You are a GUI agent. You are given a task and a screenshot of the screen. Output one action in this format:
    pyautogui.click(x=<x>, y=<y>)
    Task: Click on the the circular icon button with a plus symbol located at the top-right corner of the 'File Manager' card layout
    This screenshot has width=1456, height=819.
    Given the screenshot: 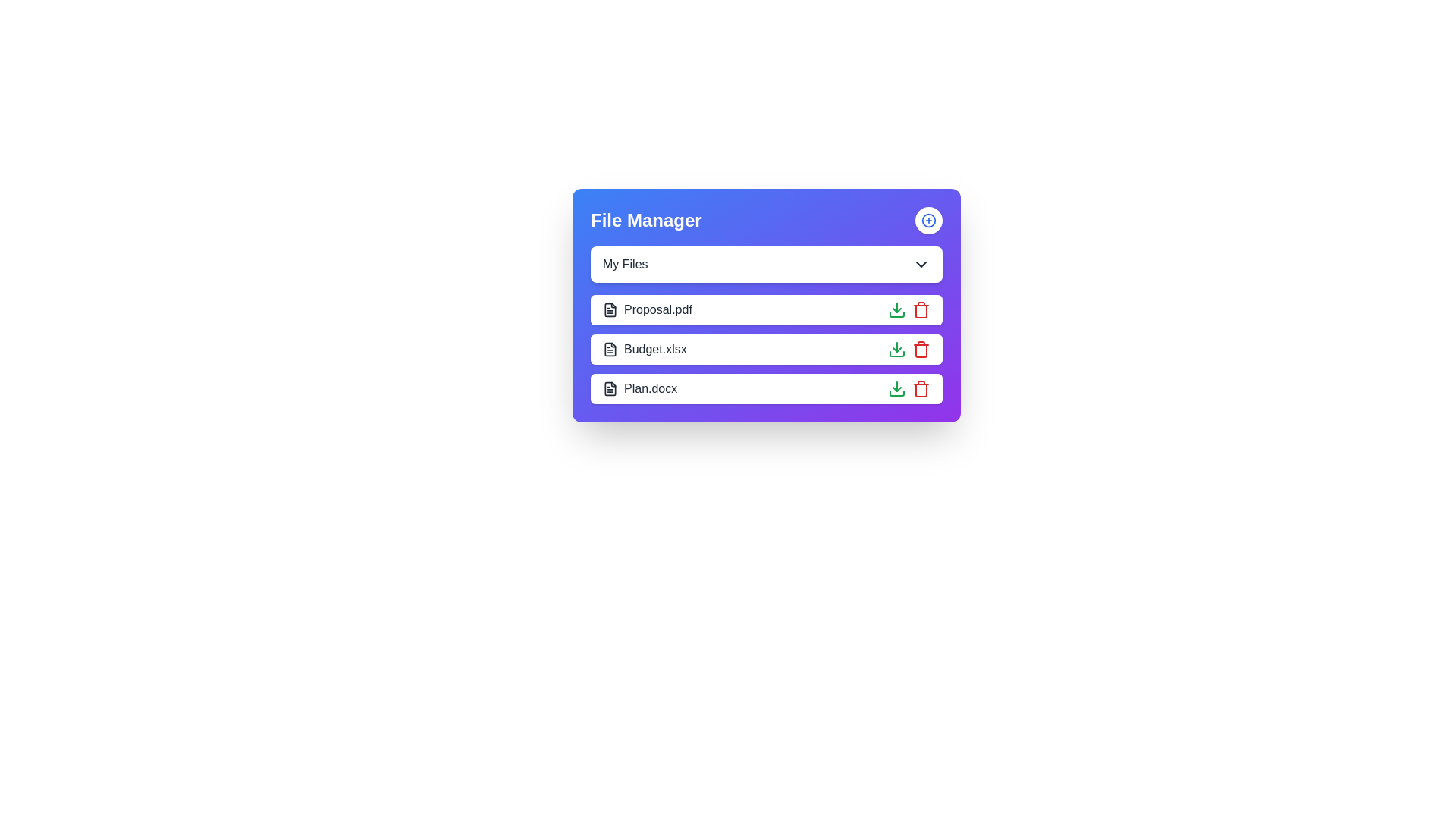 What is the action you would take?
    pyautogui.click(x=927, y=220)
    